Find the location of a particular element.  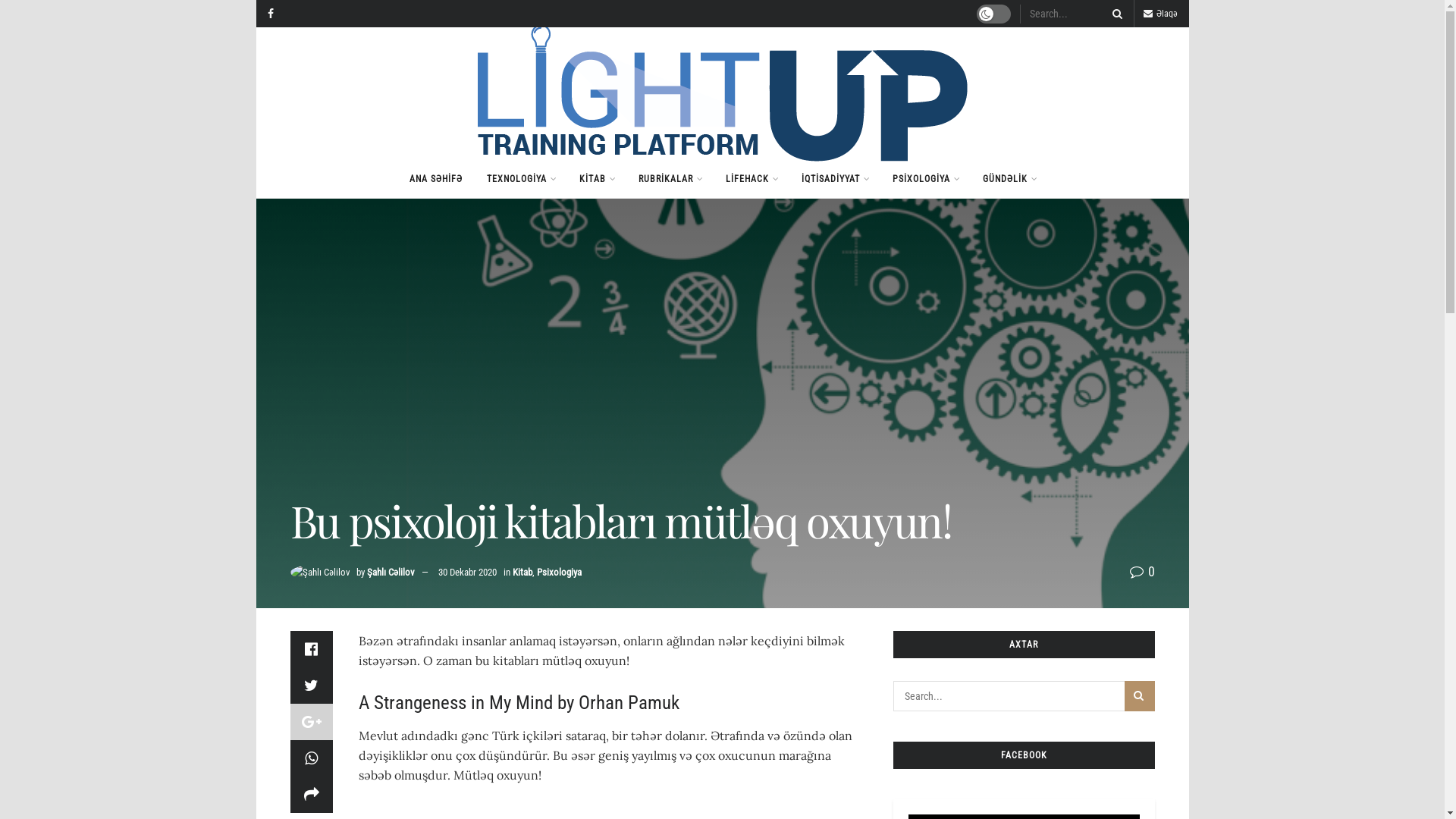

'TEXNOLOGIYA' is located at coordinates (520, 177).